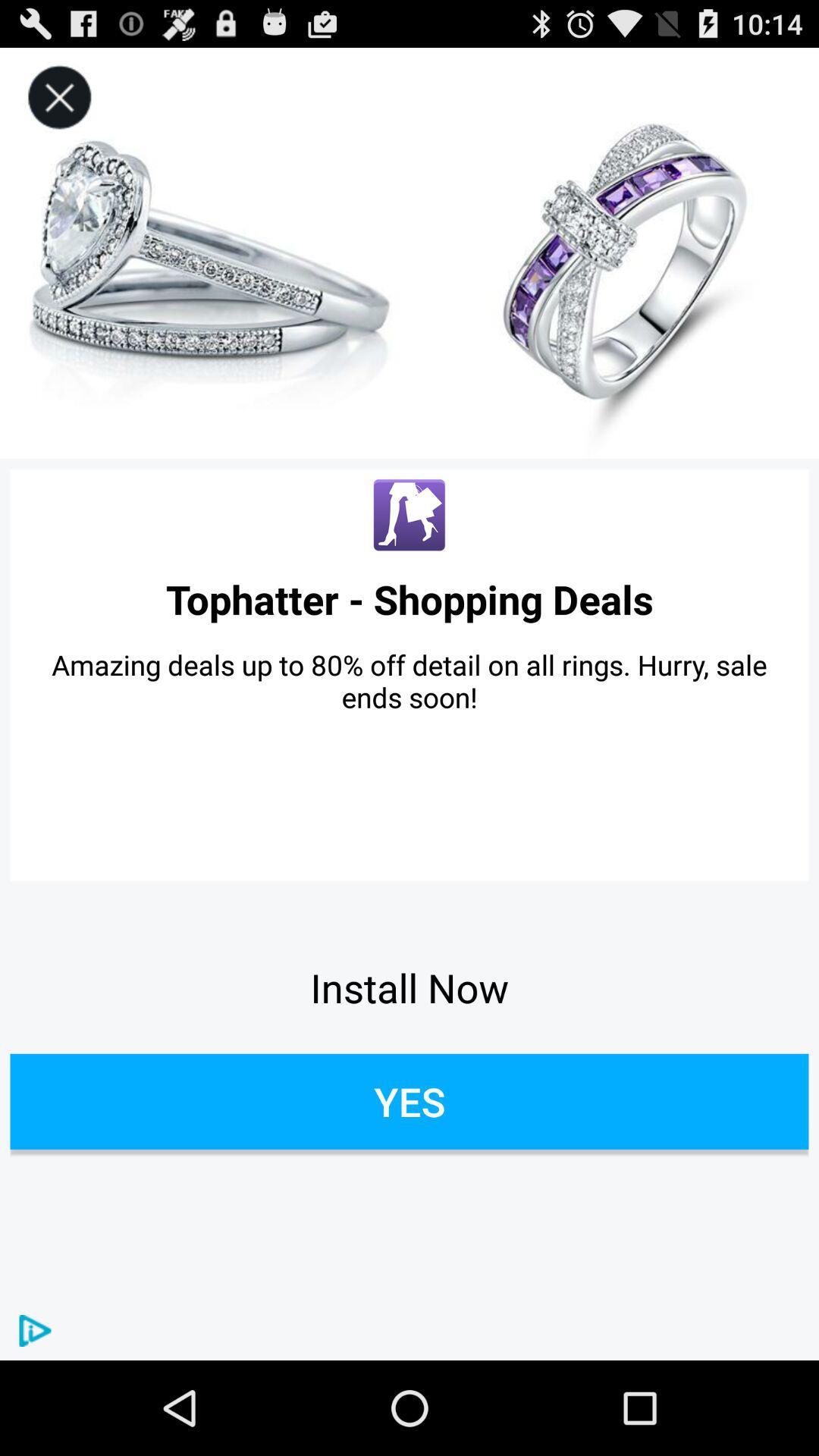  I want to click on the tophatter - shopping deals icon, so click(409, 598).